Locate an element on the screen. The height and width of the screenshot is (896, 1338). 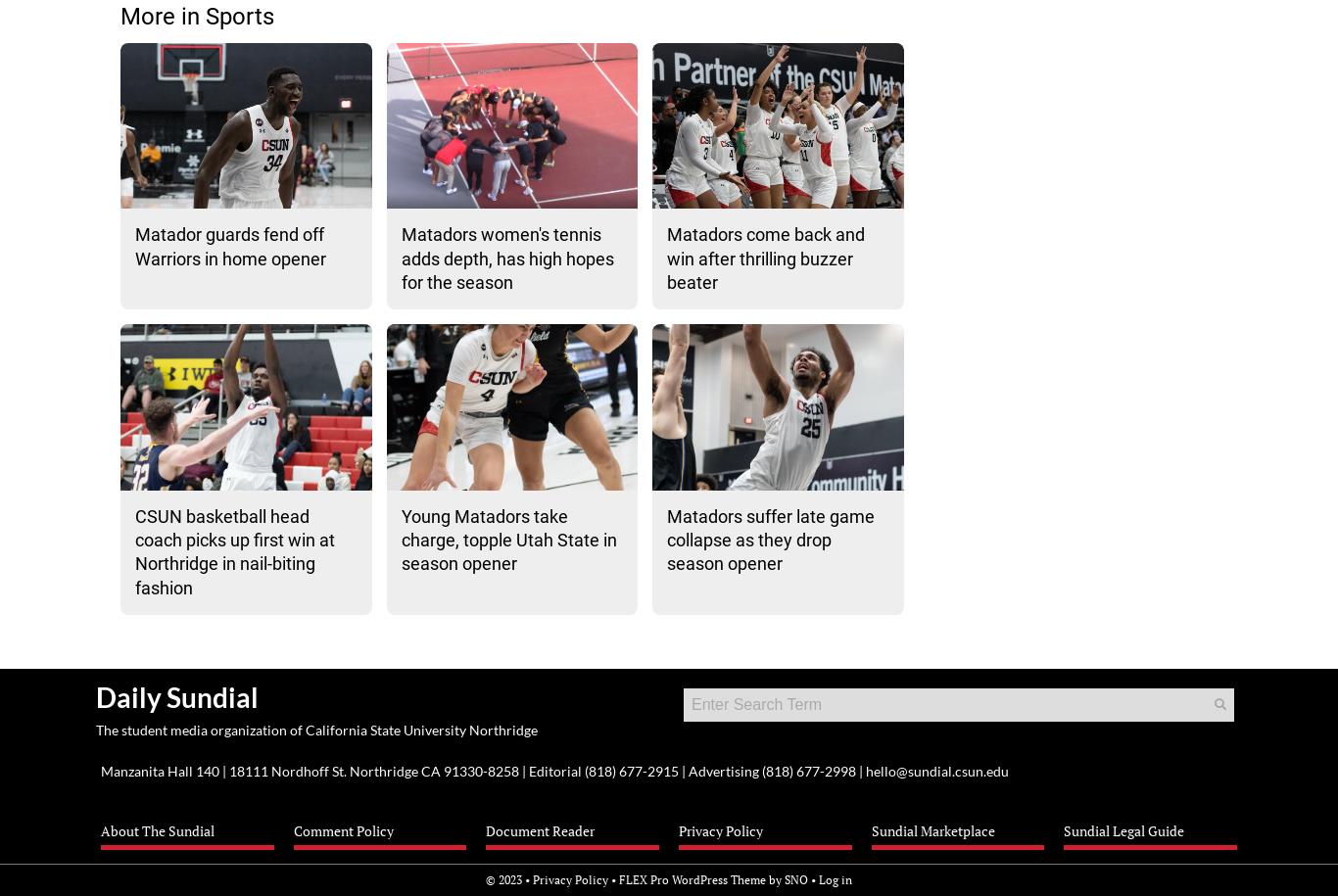
'More in Sports' is located at coordinates (196, 17).